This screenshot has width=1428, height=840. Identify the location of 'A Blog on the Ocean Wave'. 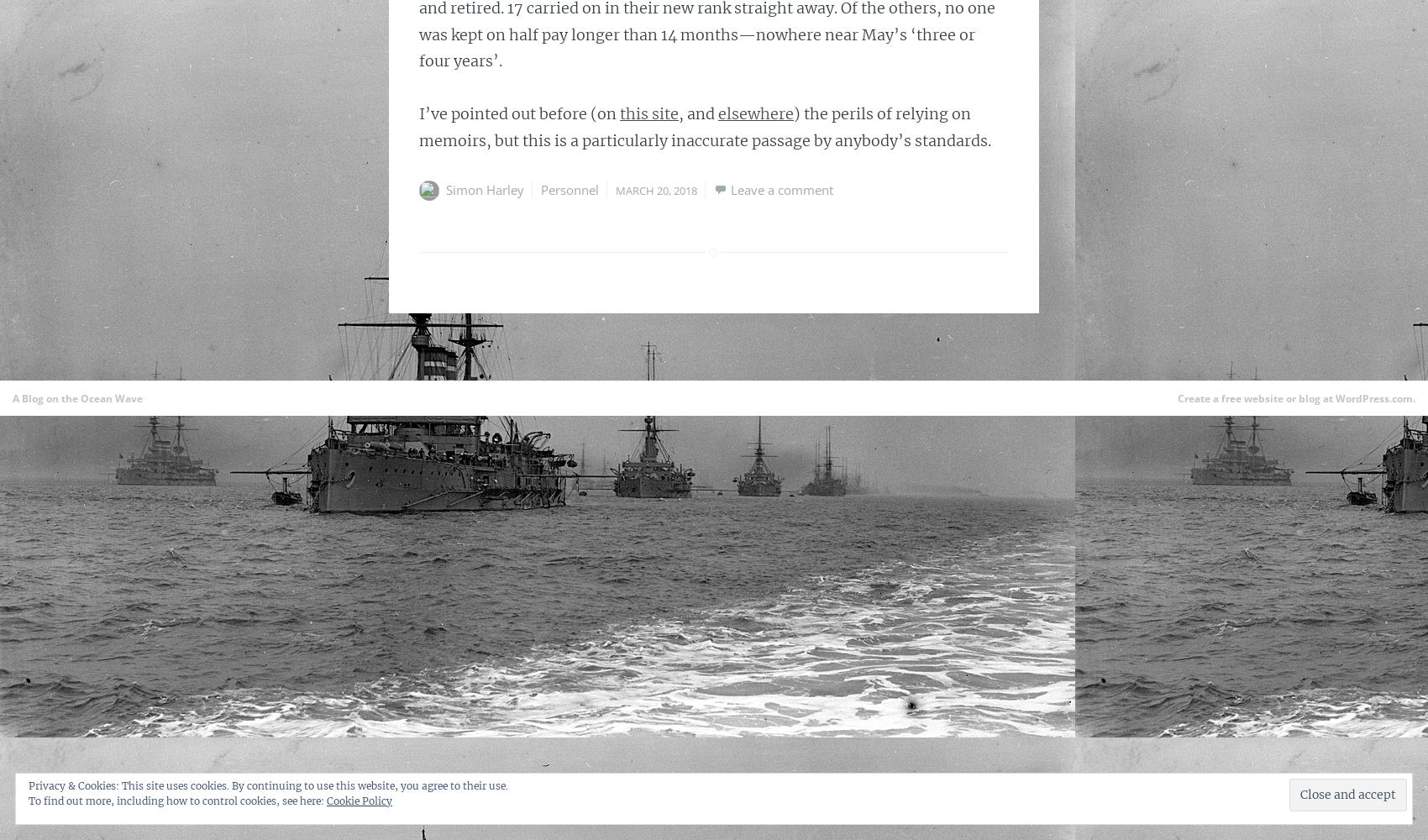
(77, 397).